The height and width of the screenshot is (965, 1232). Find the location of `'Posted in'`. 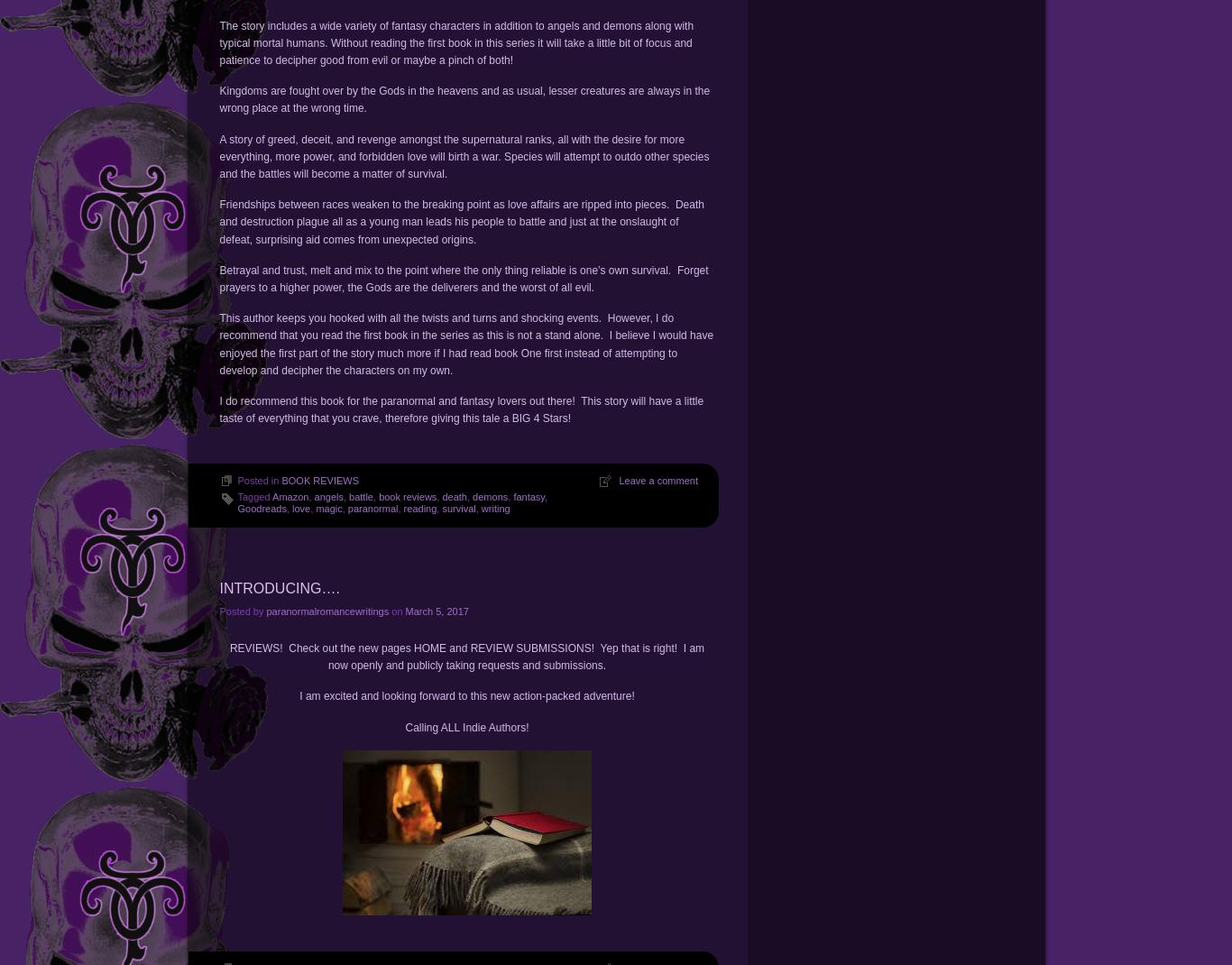

'Posted in' is located at coordinates (236, 480).